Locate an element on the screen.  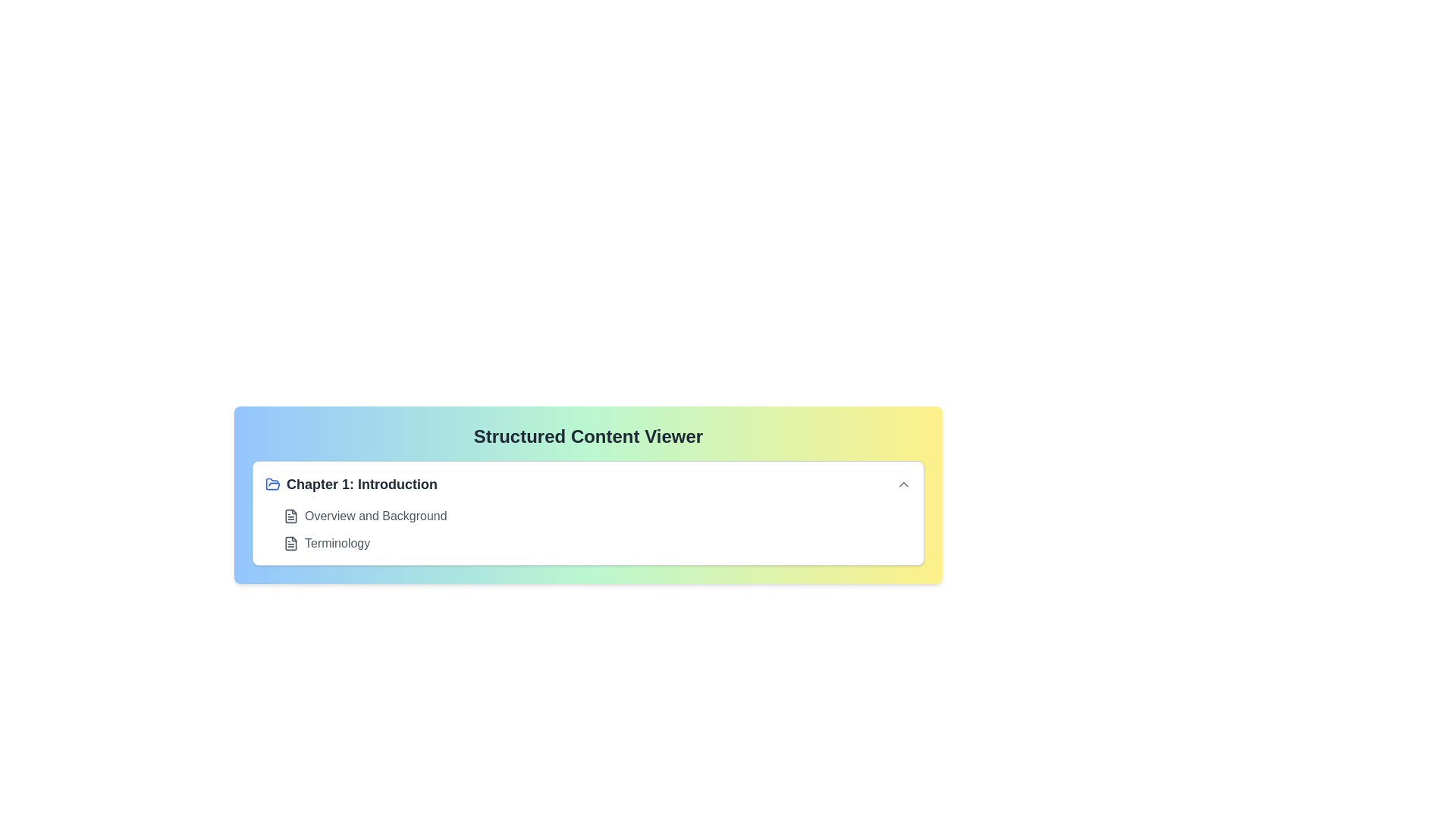
the light gray file or document icon located in the 'Chapter 1: Introduction' section, positioned to the left of the text 'Overview and Background' is located at coordinates (291, 516).